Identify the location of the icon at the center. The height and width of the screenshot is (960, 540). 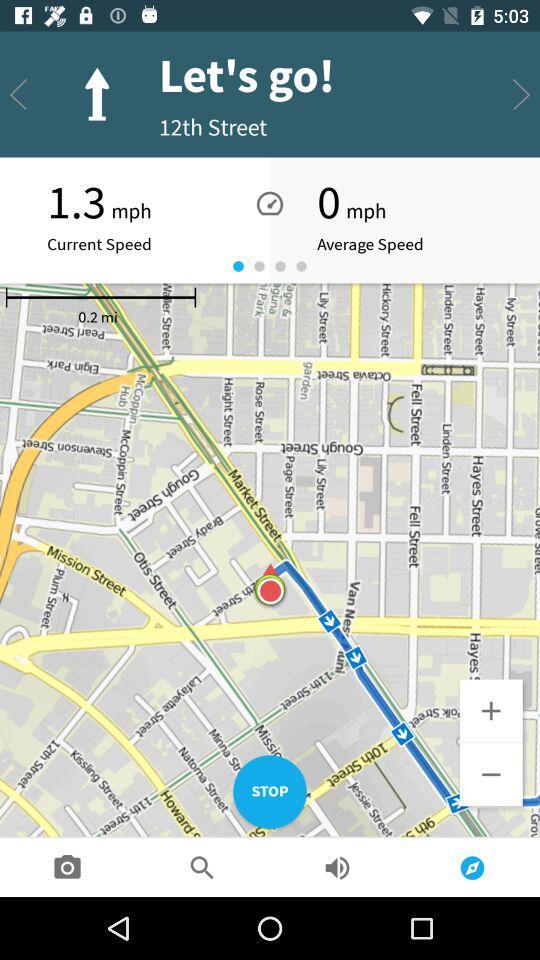
(270, 590).